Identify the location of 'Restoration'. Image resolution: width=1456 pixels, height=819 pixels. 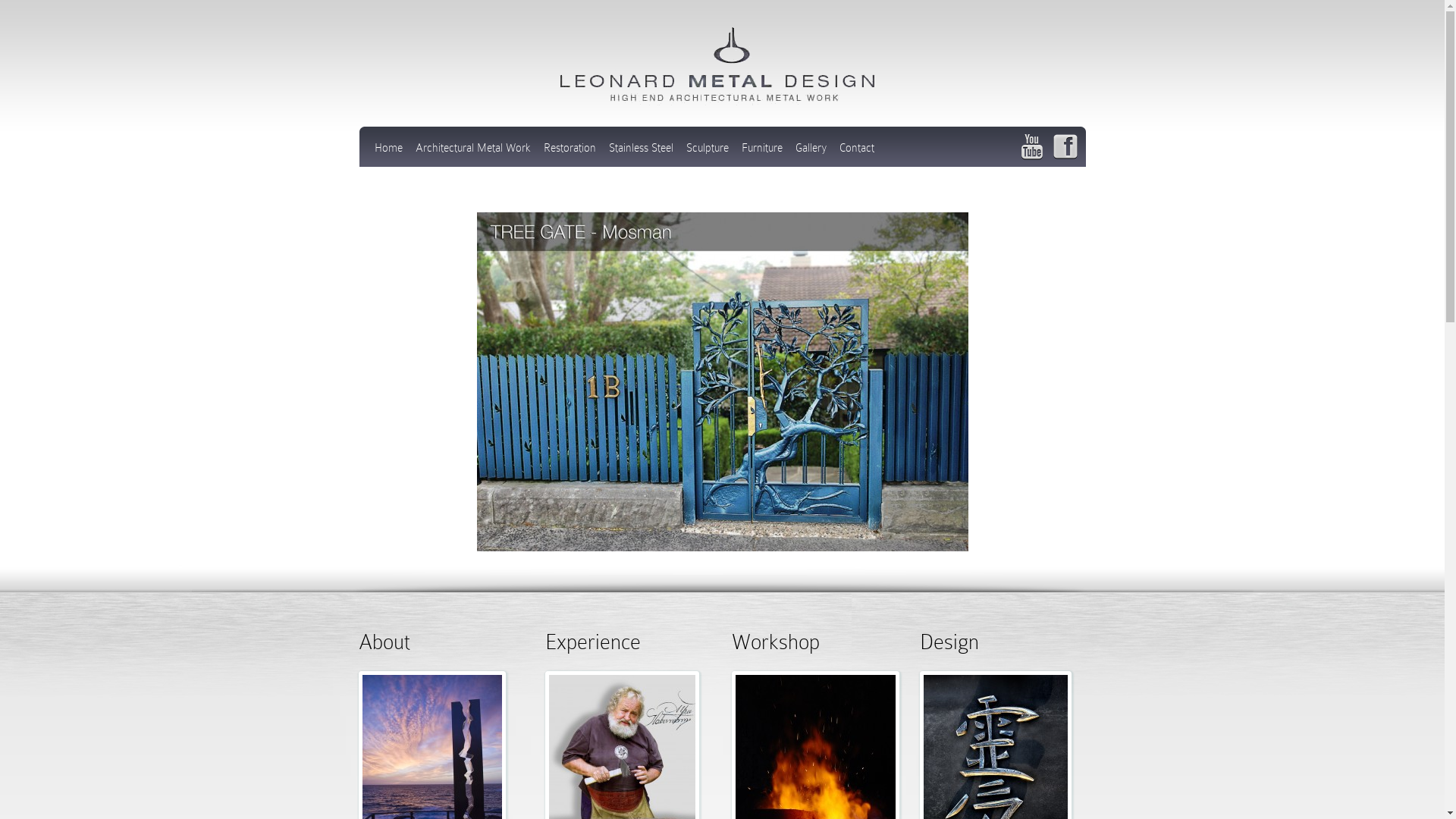
(568, 152).